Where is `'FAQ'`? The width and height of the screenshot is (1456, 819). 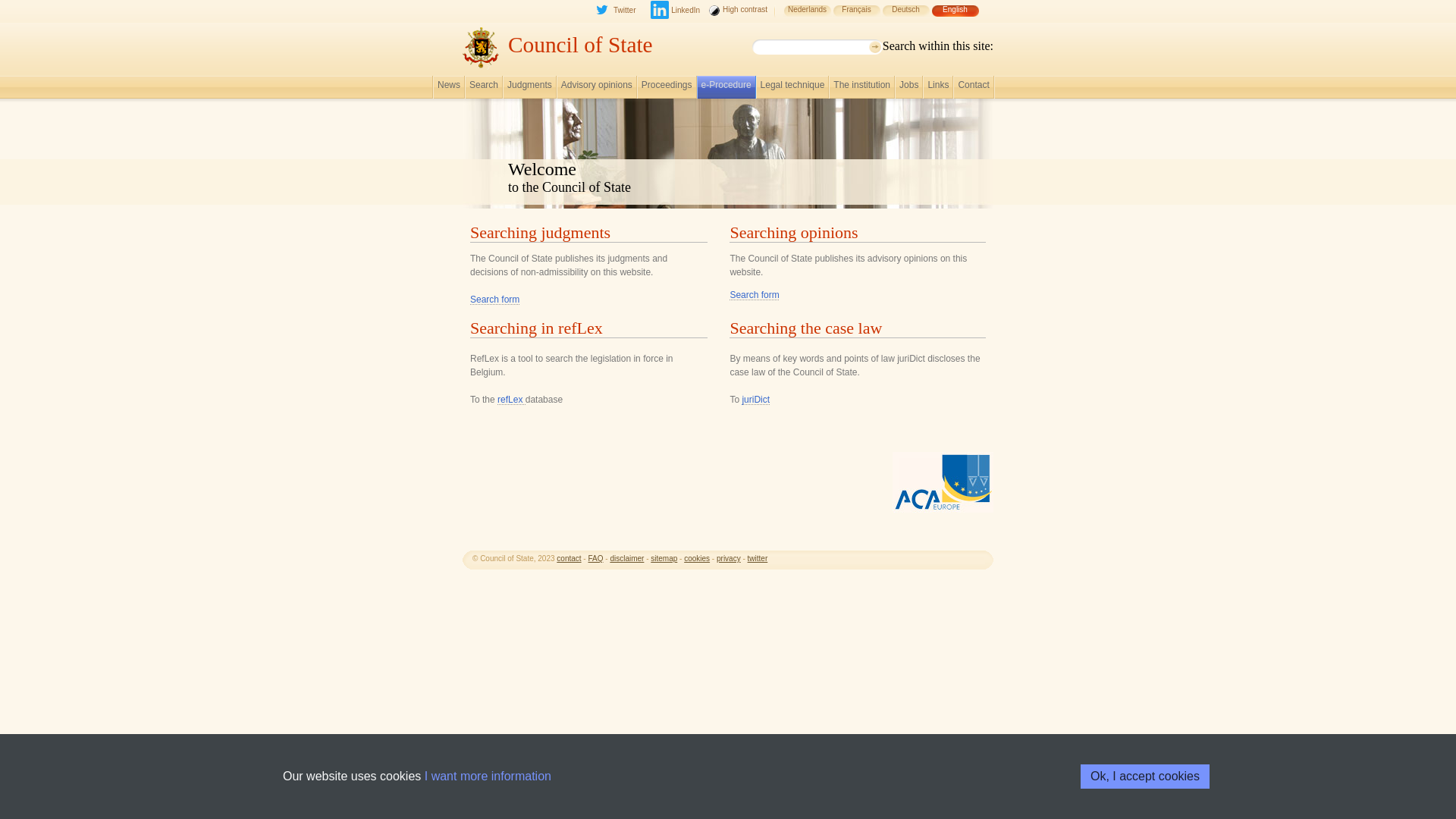 'FAQ' is located at coordinates (586, 558).